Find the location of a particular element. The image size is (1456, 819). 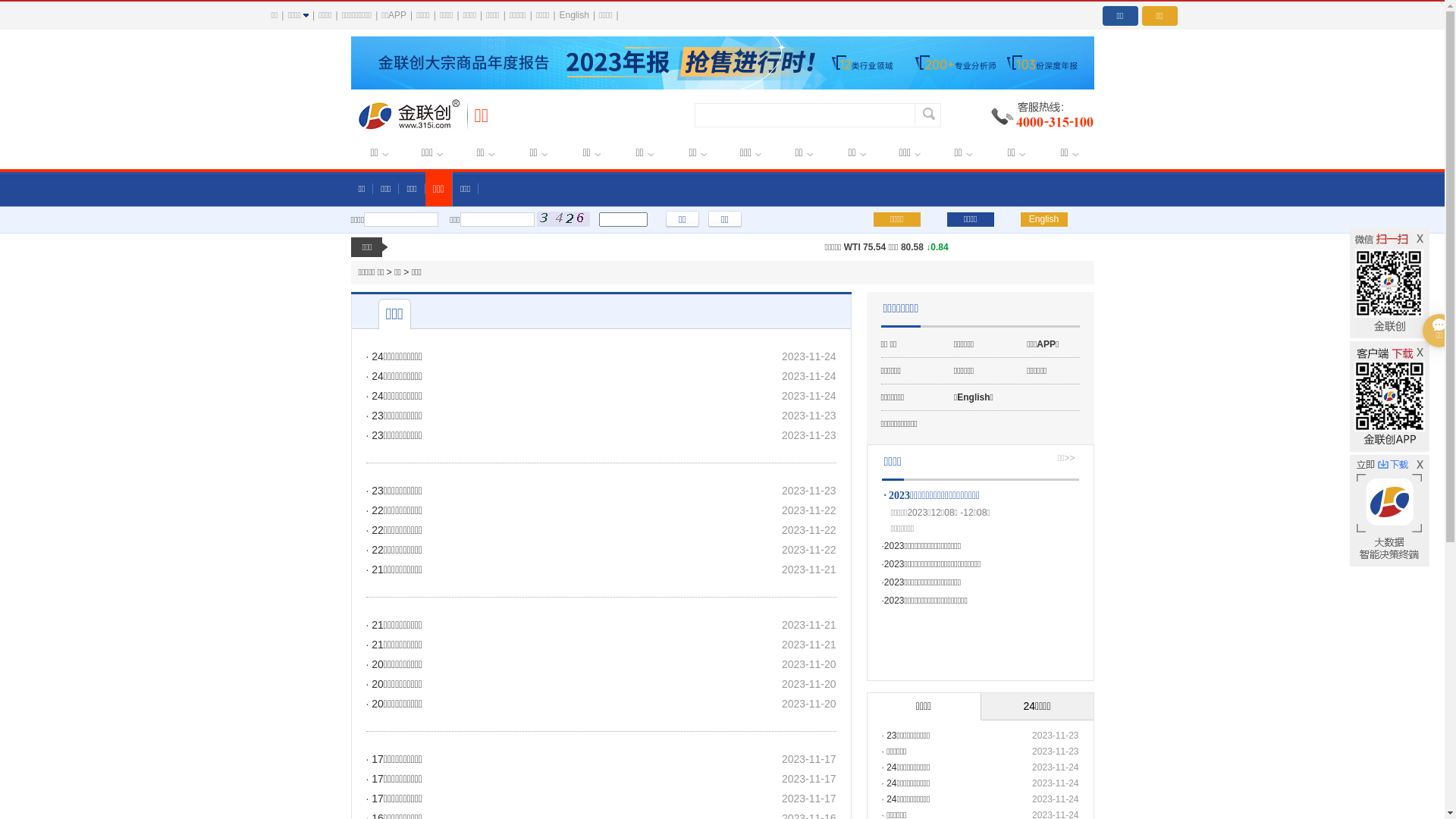

'English' is located at coordinates (1043, 219).